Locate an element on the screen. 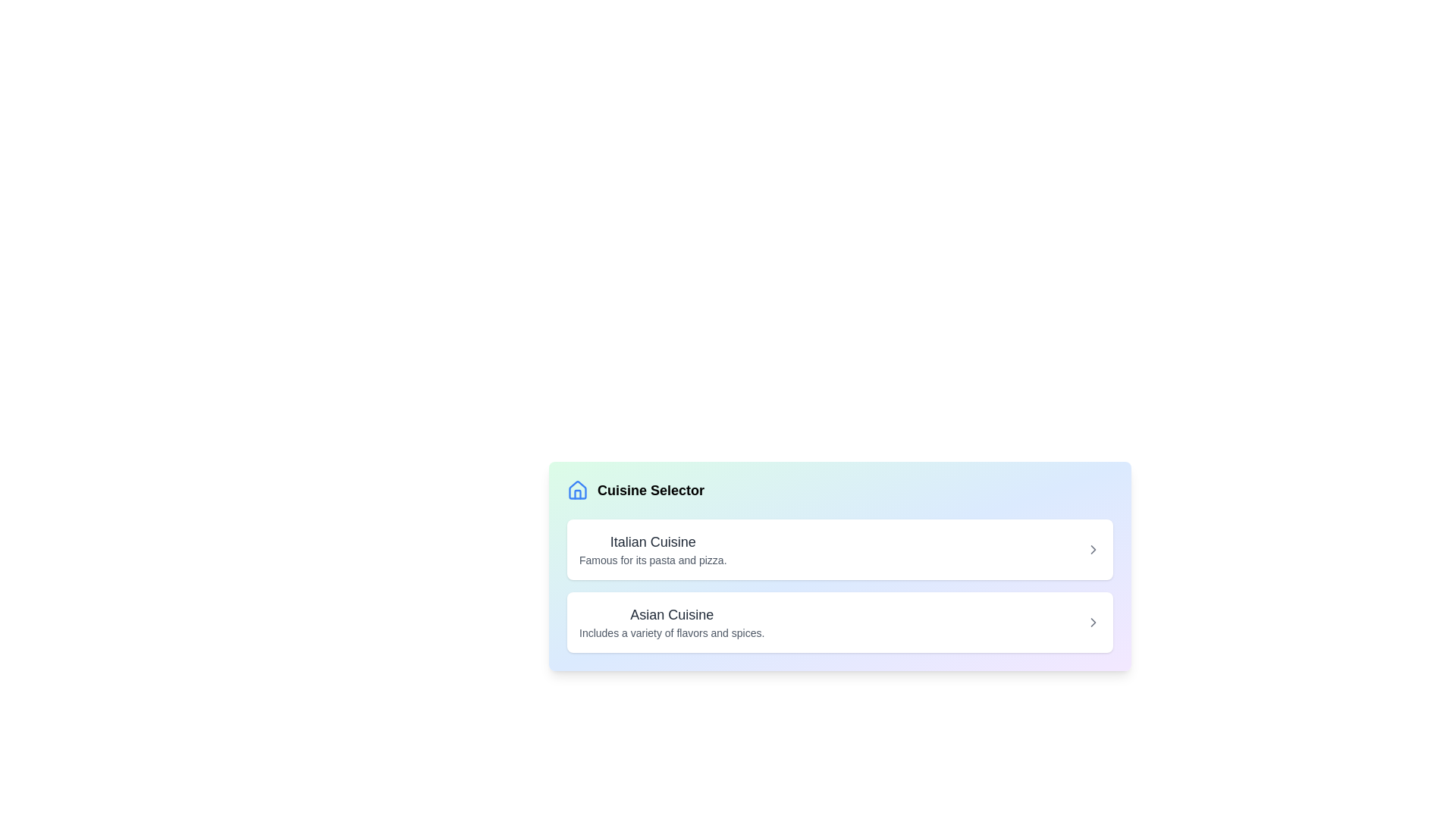  the bold, medium-sized text label displaying 'Italian Cuisine' which is positioned above the description text 'Famous for its pasta and pizza.' is located at coordinates (653, 541).